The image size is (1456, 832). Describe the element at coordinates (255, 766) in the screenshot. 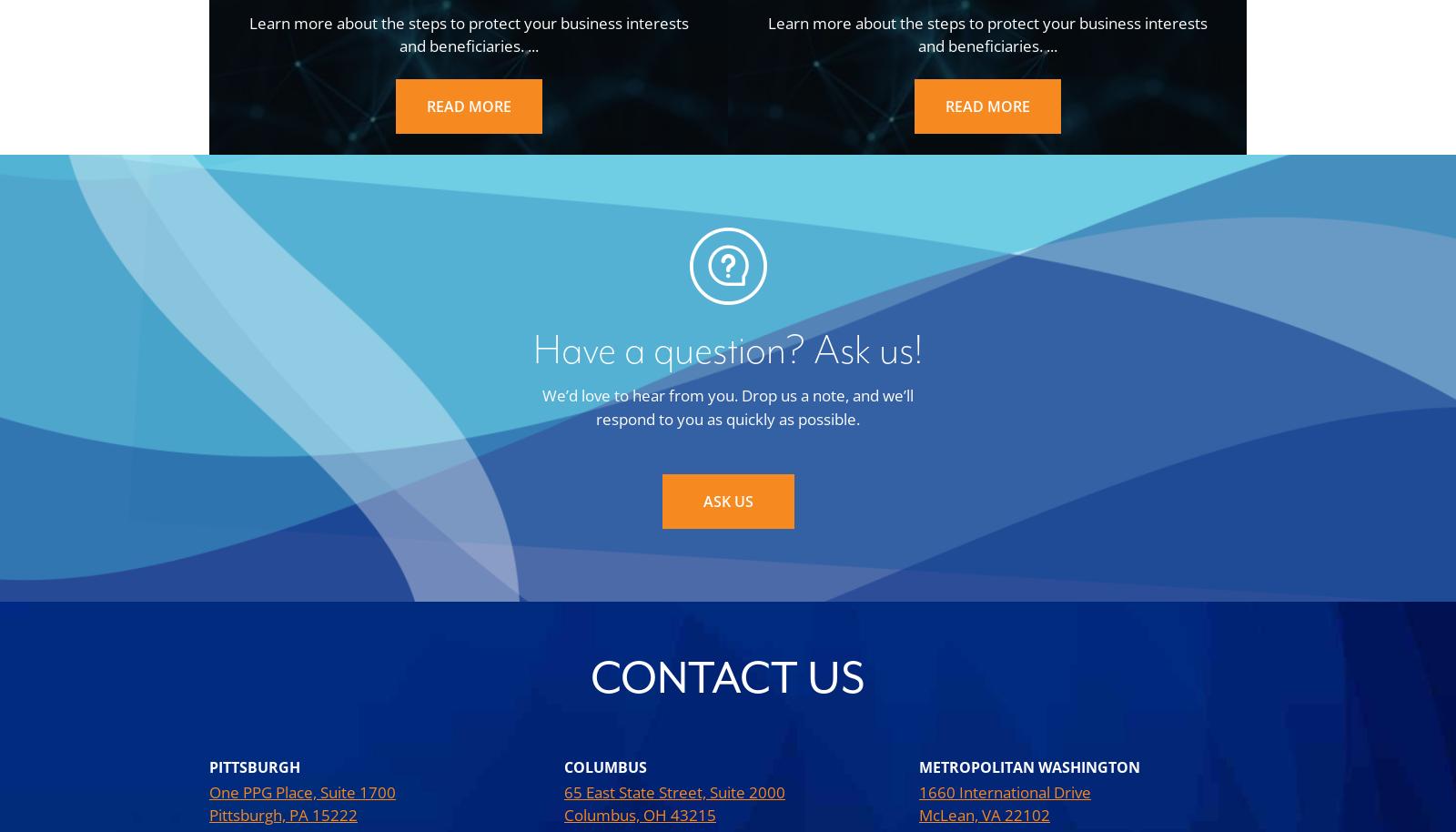

I see `'Pittsburgh'` at that location.